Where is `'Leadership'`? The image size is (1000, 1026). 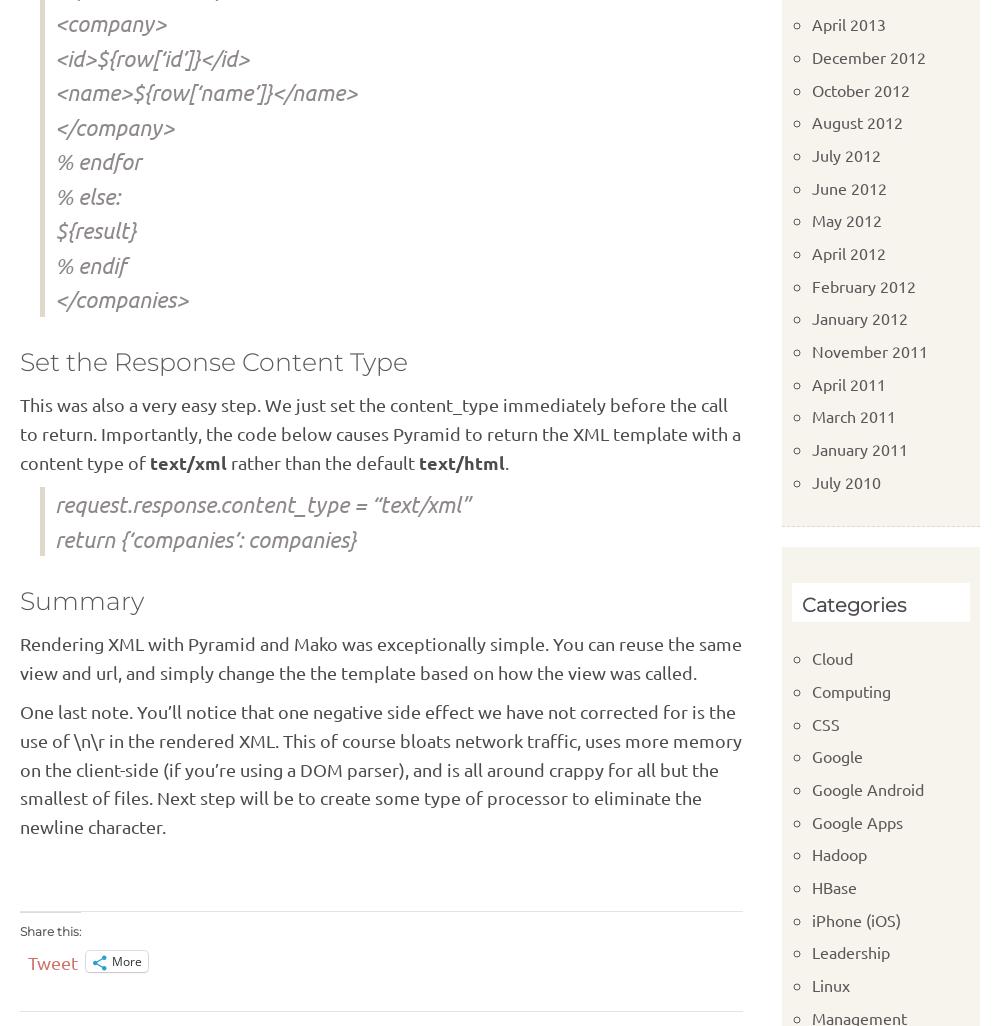 'Leadership' is located at coordinates (811, 952).